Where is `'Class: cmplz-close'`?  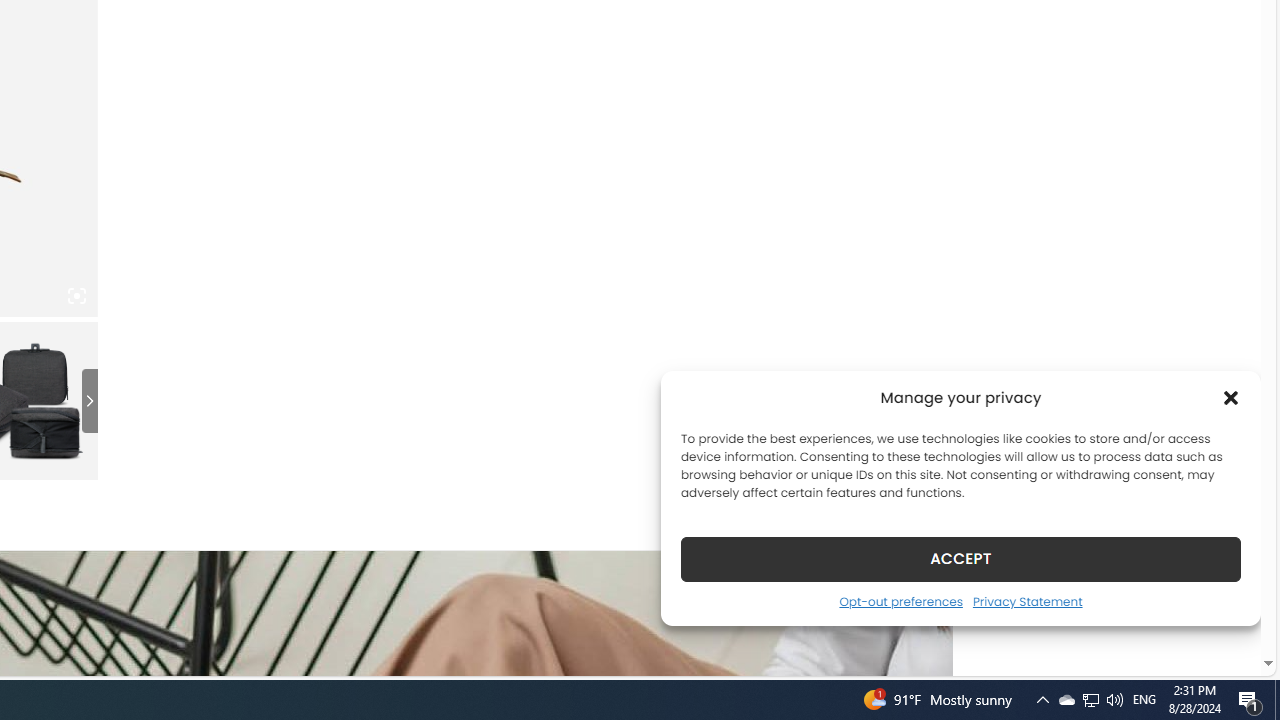 'Class: cmplz-close' is located at coordinates (1230, 397).